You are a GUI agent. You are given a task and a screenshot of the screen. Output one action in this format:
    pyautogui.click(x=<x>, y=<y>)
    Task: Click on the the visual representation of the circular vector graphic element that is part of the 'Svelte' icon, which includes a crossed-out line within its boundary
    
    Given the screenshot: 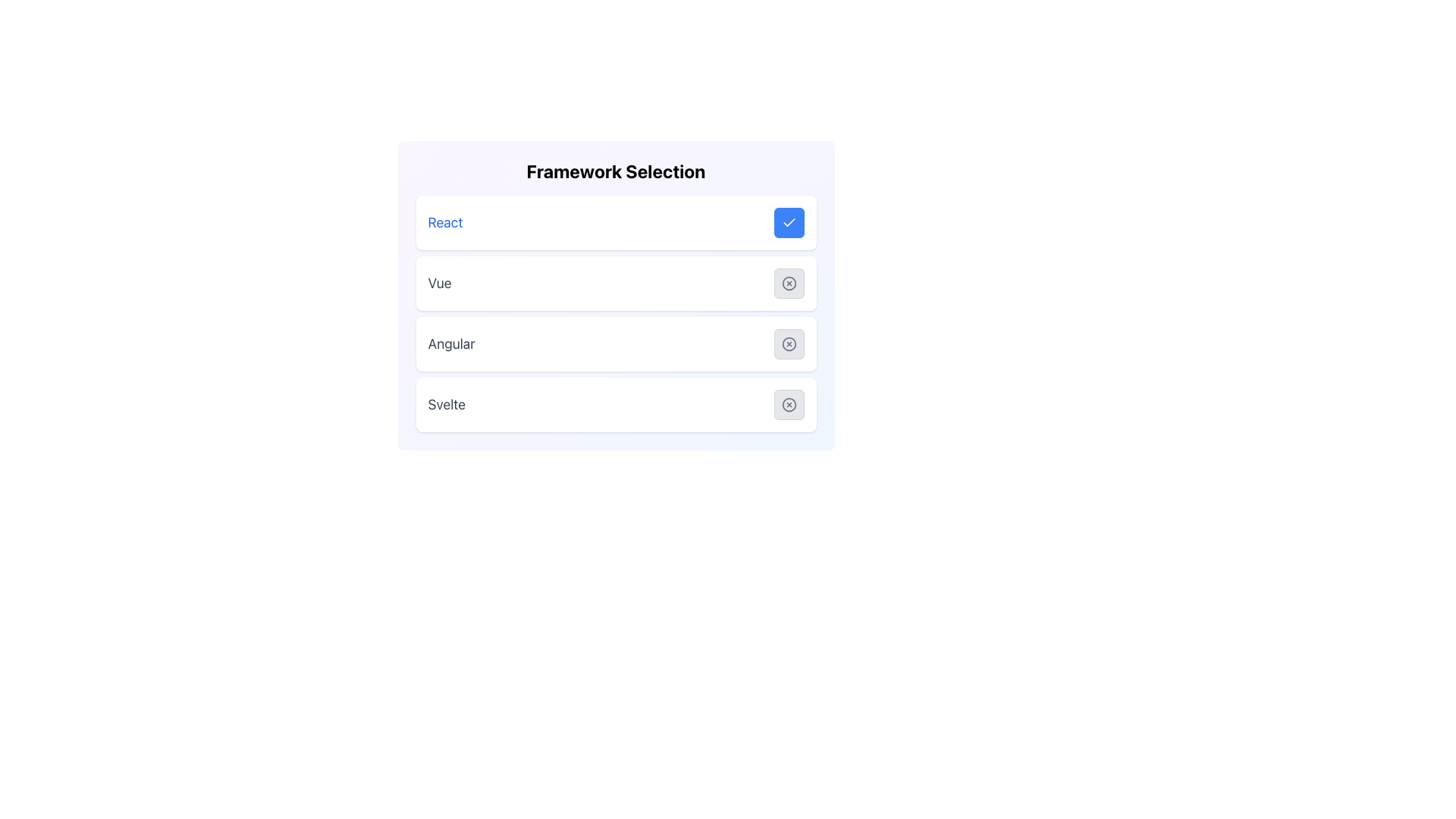 What is the action you would take?
    pyautogui.click(x=789, y=403)
    